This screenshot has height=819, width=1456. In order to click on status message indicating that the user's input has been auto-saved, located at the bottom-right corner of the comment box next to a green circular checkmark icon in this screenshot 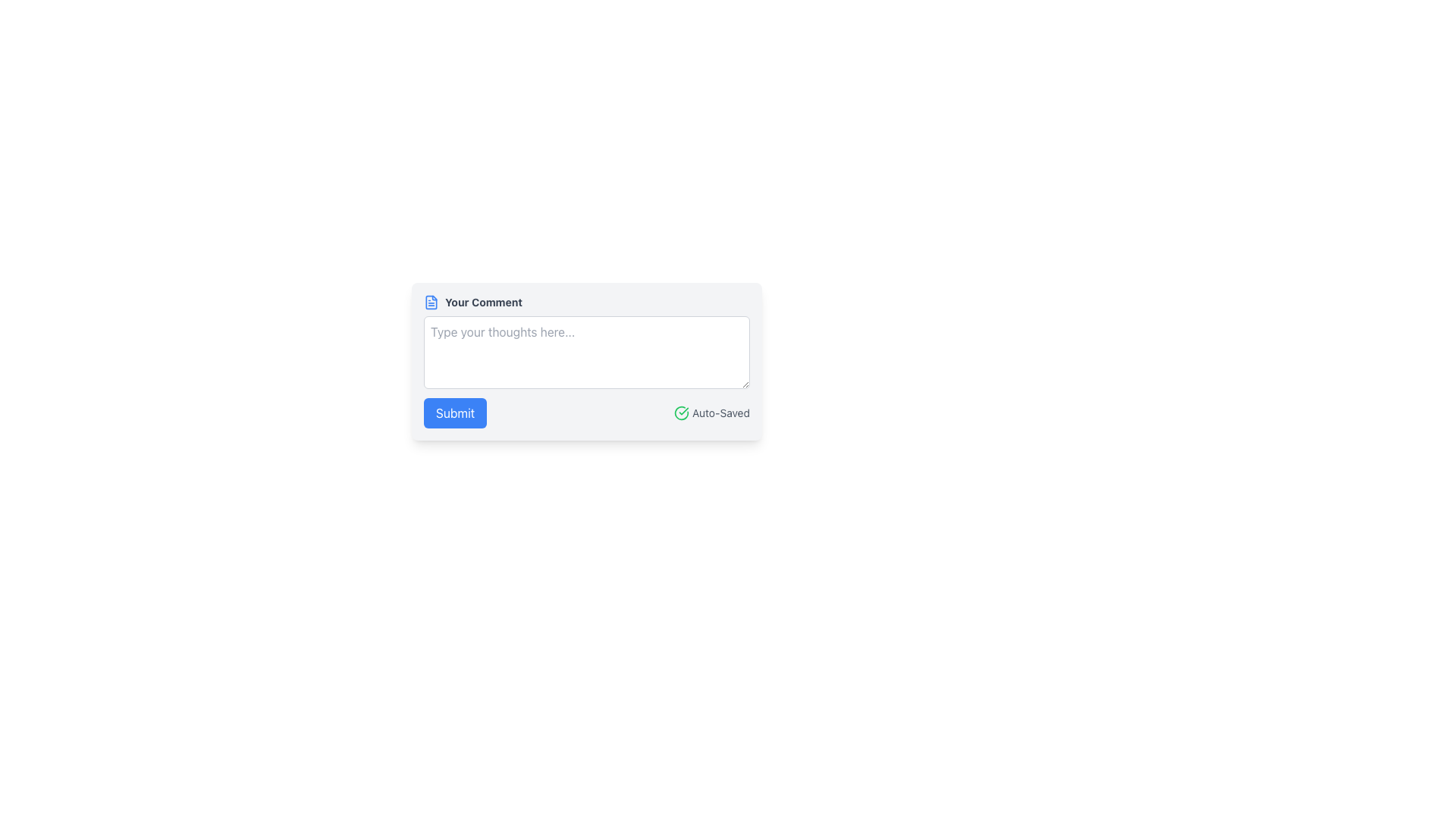, I will do `click(720, 413)`.